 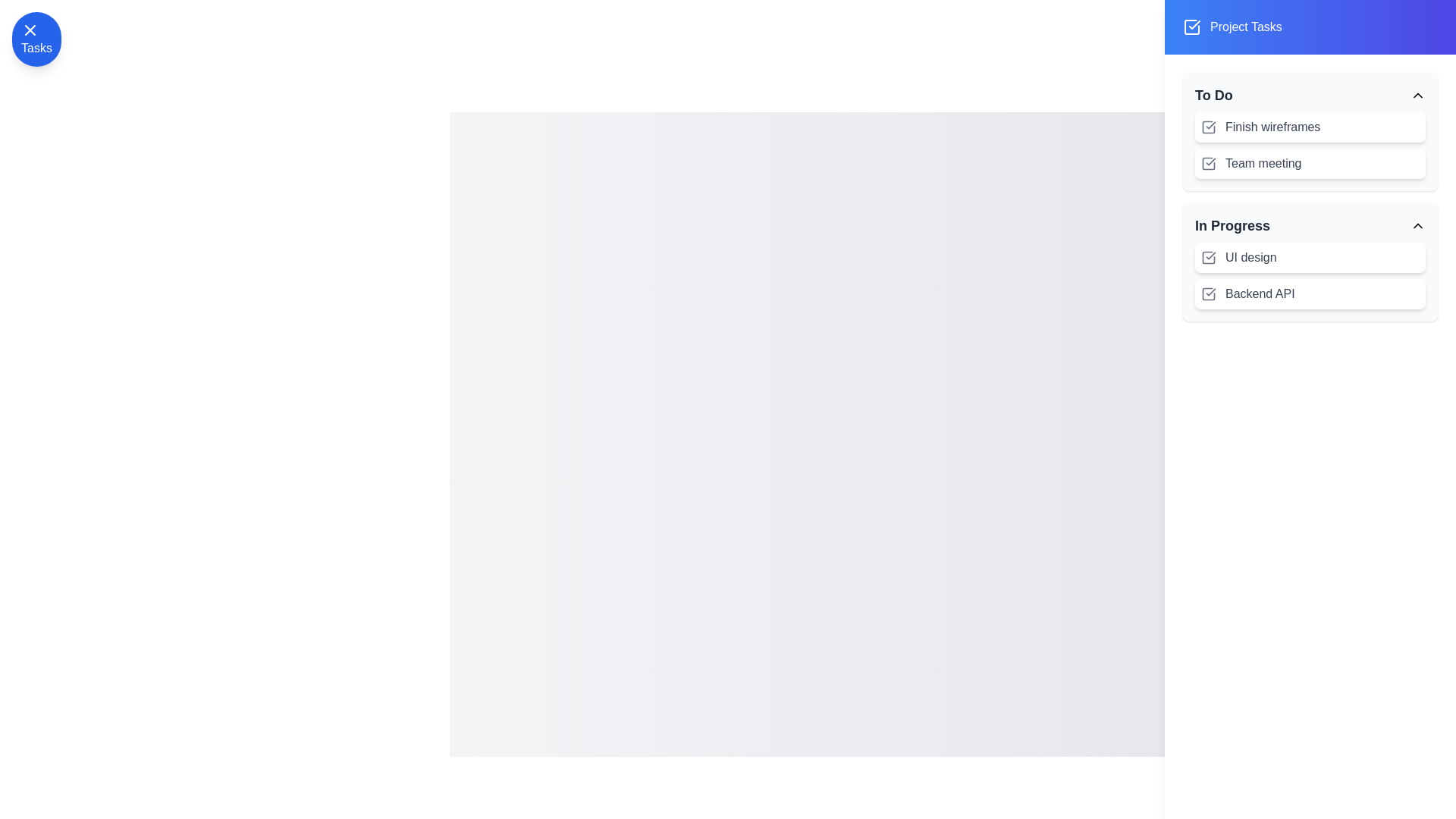 What do you see at coordinates (36, 38) in the screenshot?
I see `button labeled 'Tasks' at the top-left corner to toggle the visibility of the task drawer` at bounding box center [36, 38].